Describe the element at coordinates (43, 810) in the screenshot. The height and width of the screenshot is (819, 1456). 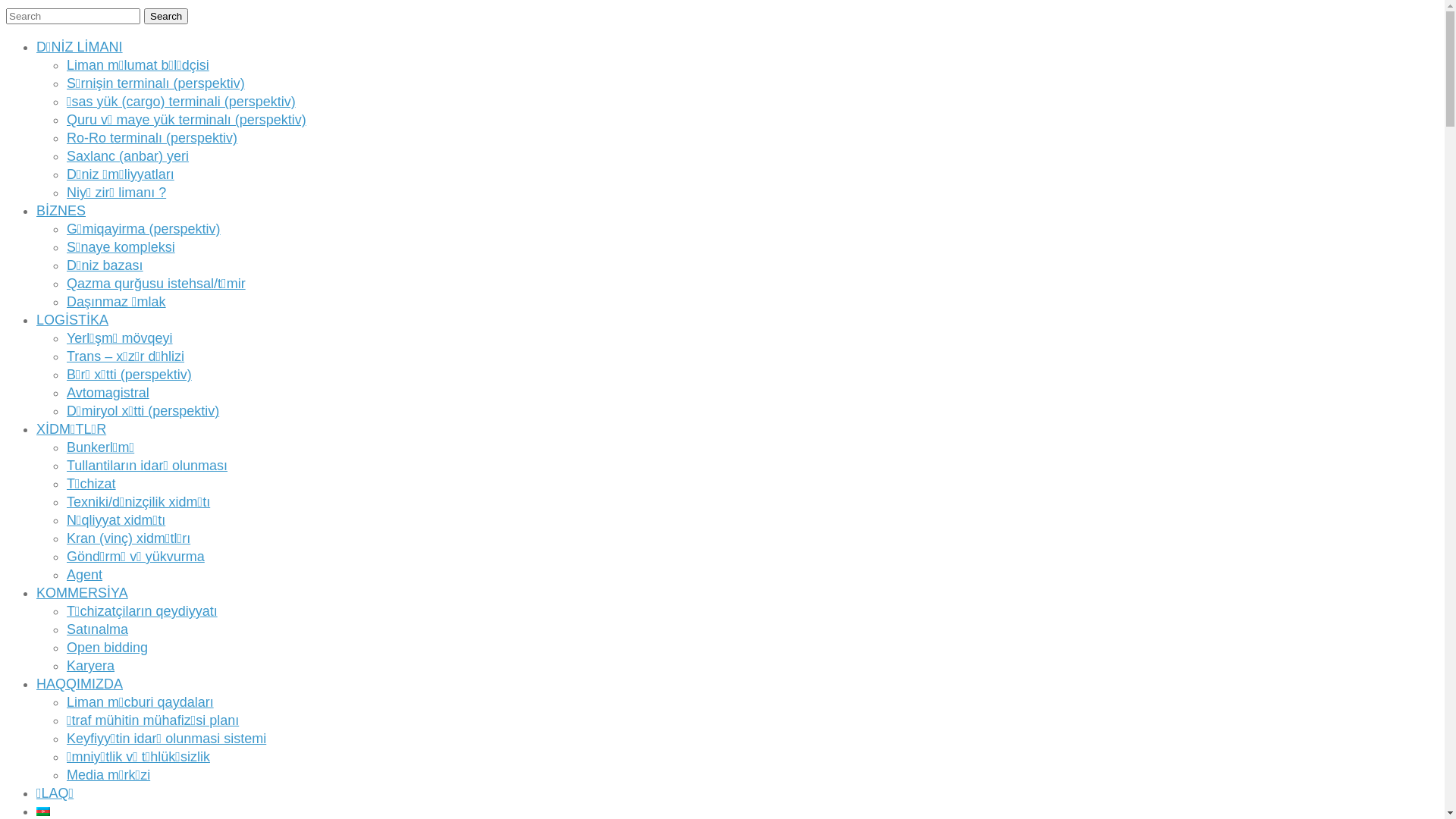
I see `'Azerbaijani'` at that location.